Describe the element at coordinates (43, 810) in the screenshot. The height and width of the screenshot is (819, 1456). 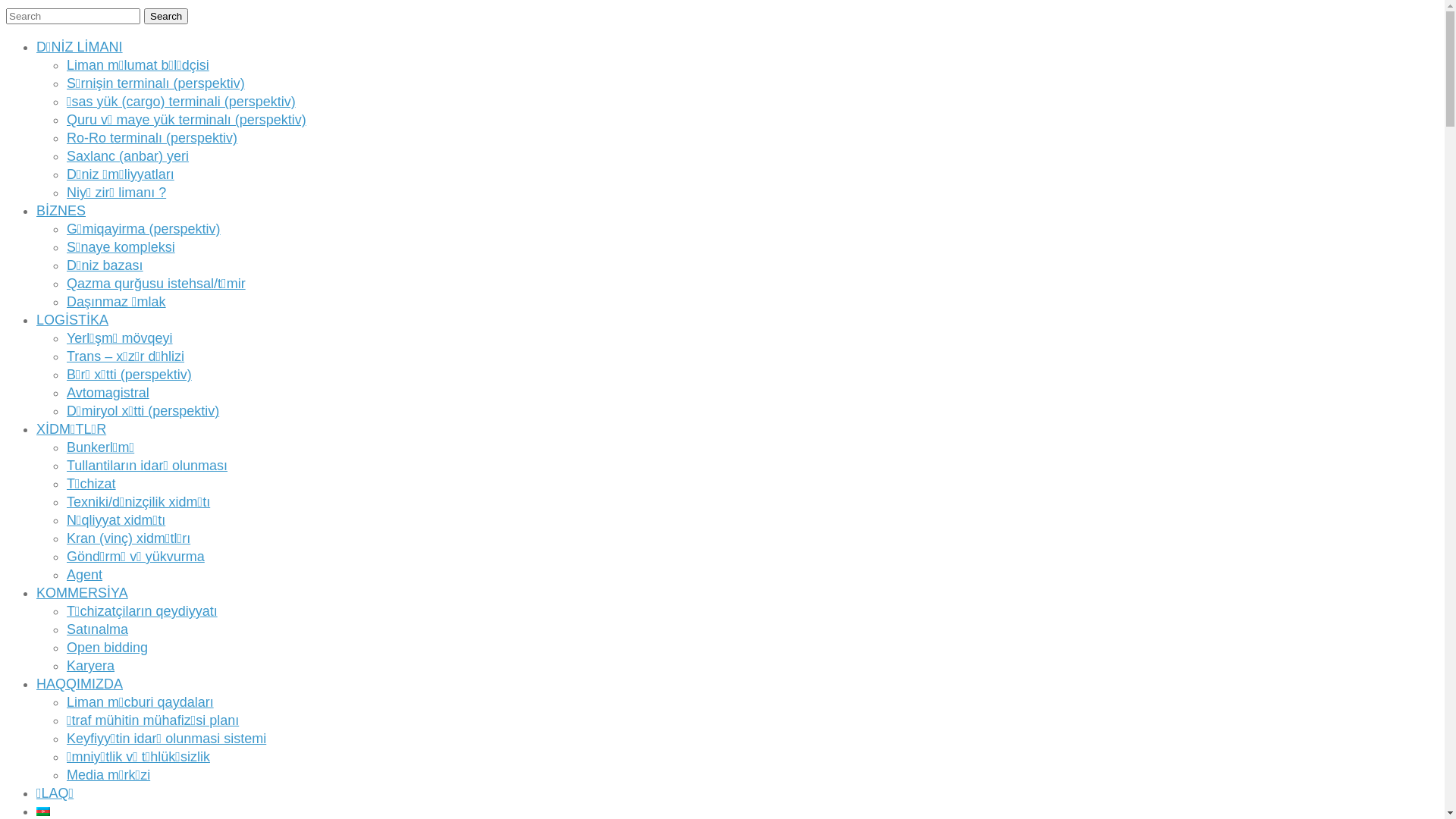
I see `'Azerbaijani'` at that location.